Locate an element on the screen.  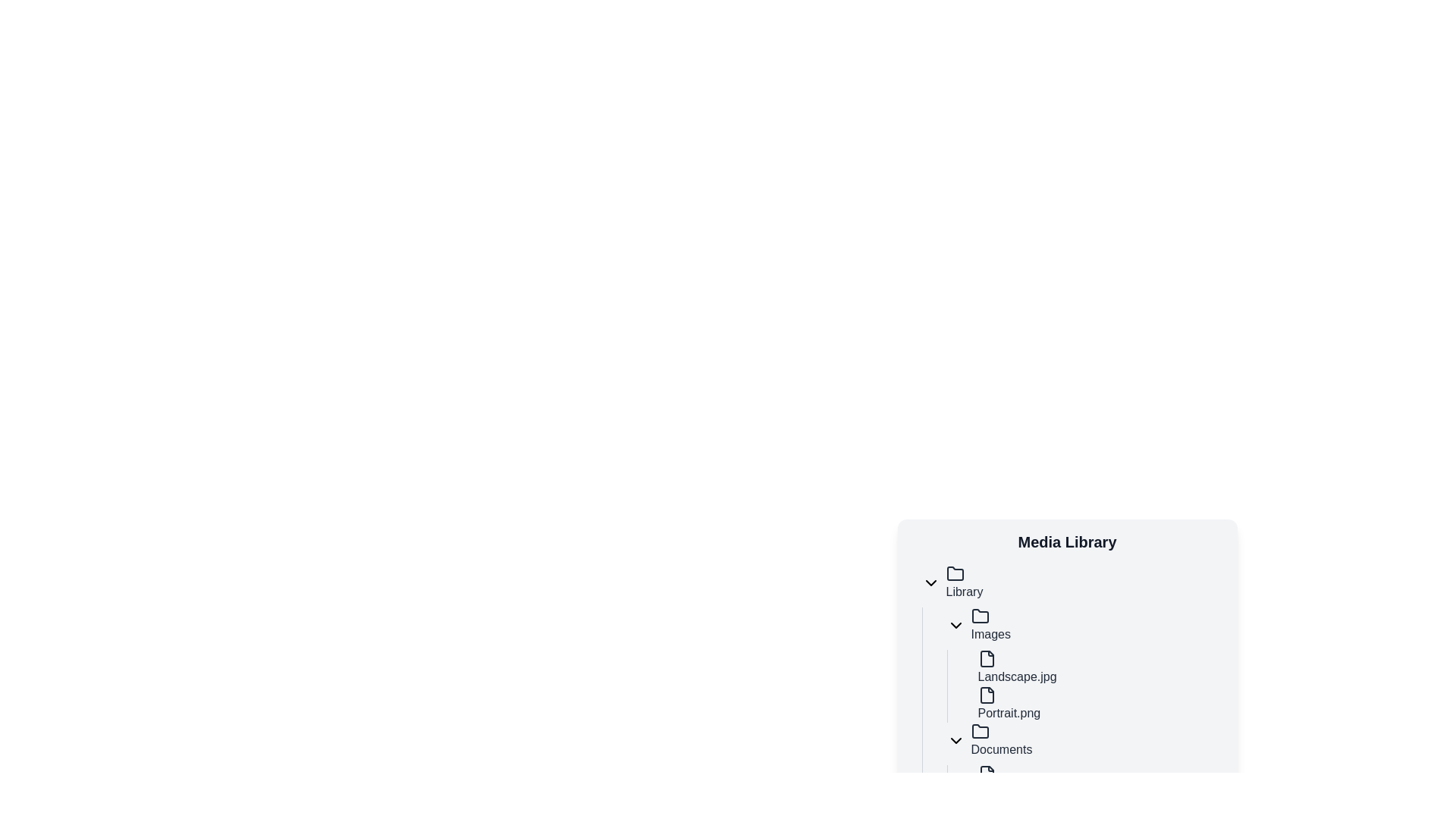
the file icon representing 'Landscape.jpg' is located at coordinates (987, 657).